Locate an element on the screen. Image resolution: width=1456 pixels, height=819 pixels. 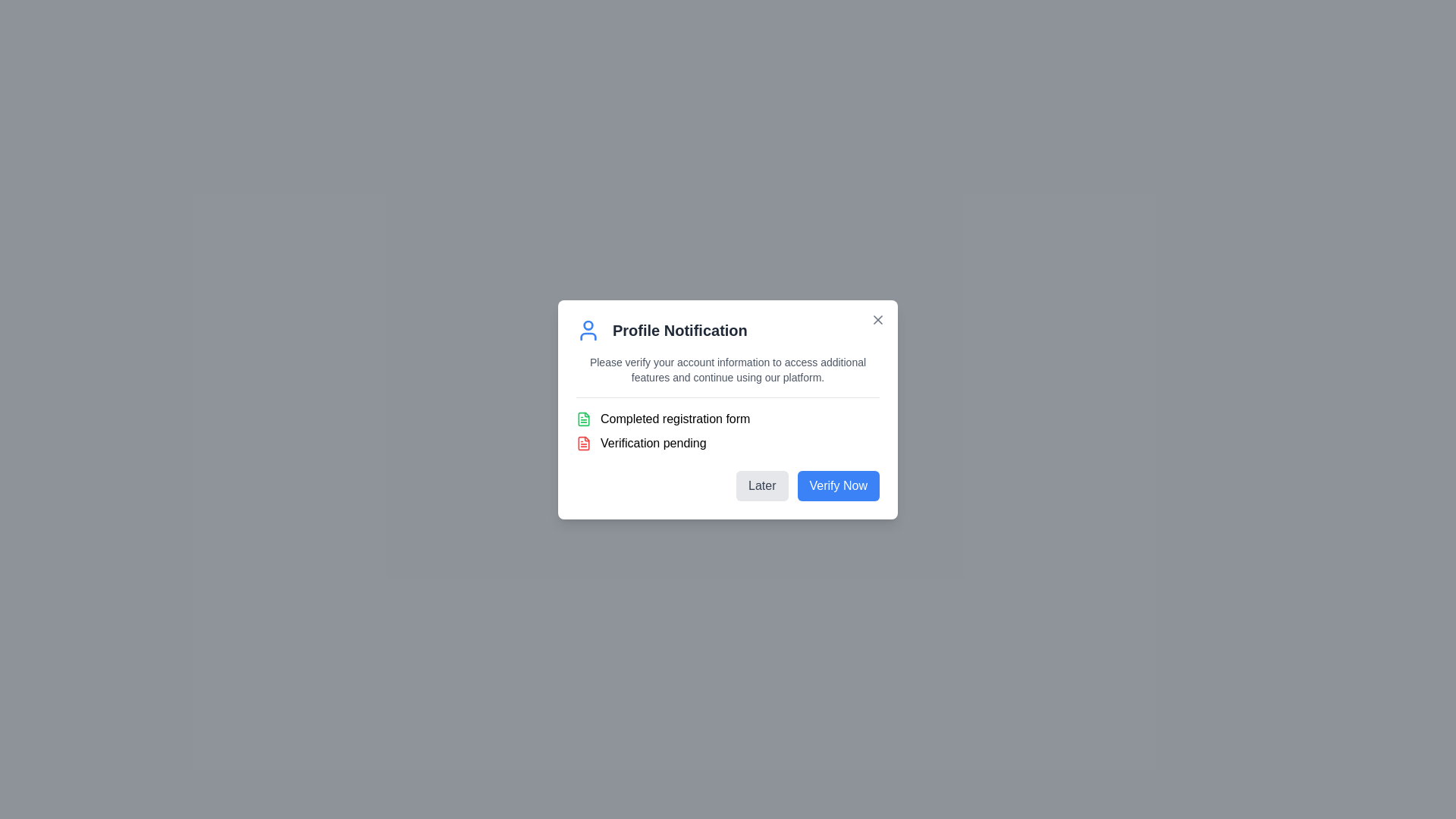
text from the status indicator Text label with icon, which is the first item in a vertical stack, positioned above the 'Verification pending' element is located at coordinates (728, 418).